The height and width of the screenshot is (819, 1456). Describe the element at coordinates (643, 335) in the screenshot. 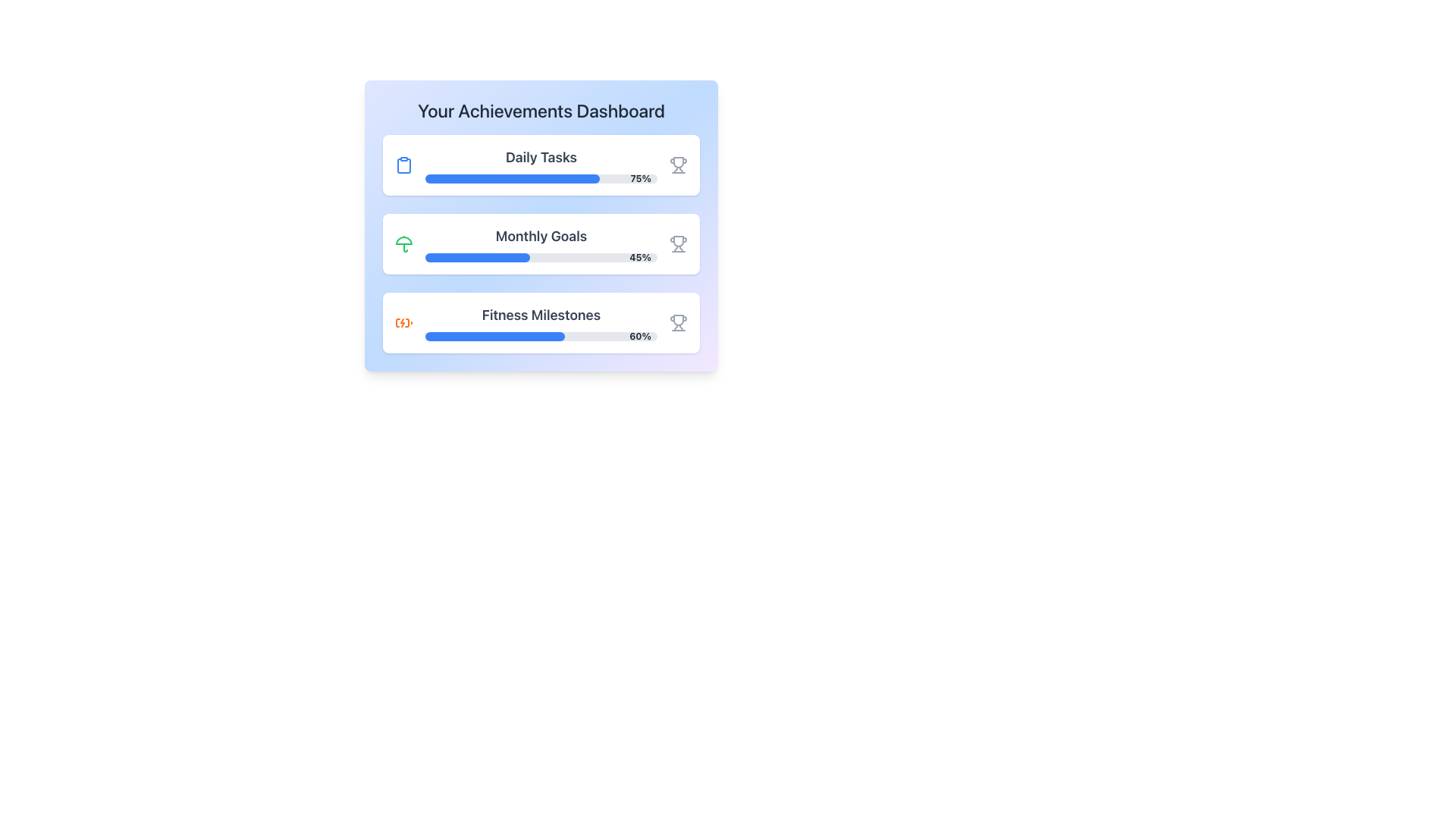

I see `the text label that displays the progress percentage for the 'Fitness Milestones' section, located at the far-right end of the progress bar` at that location.